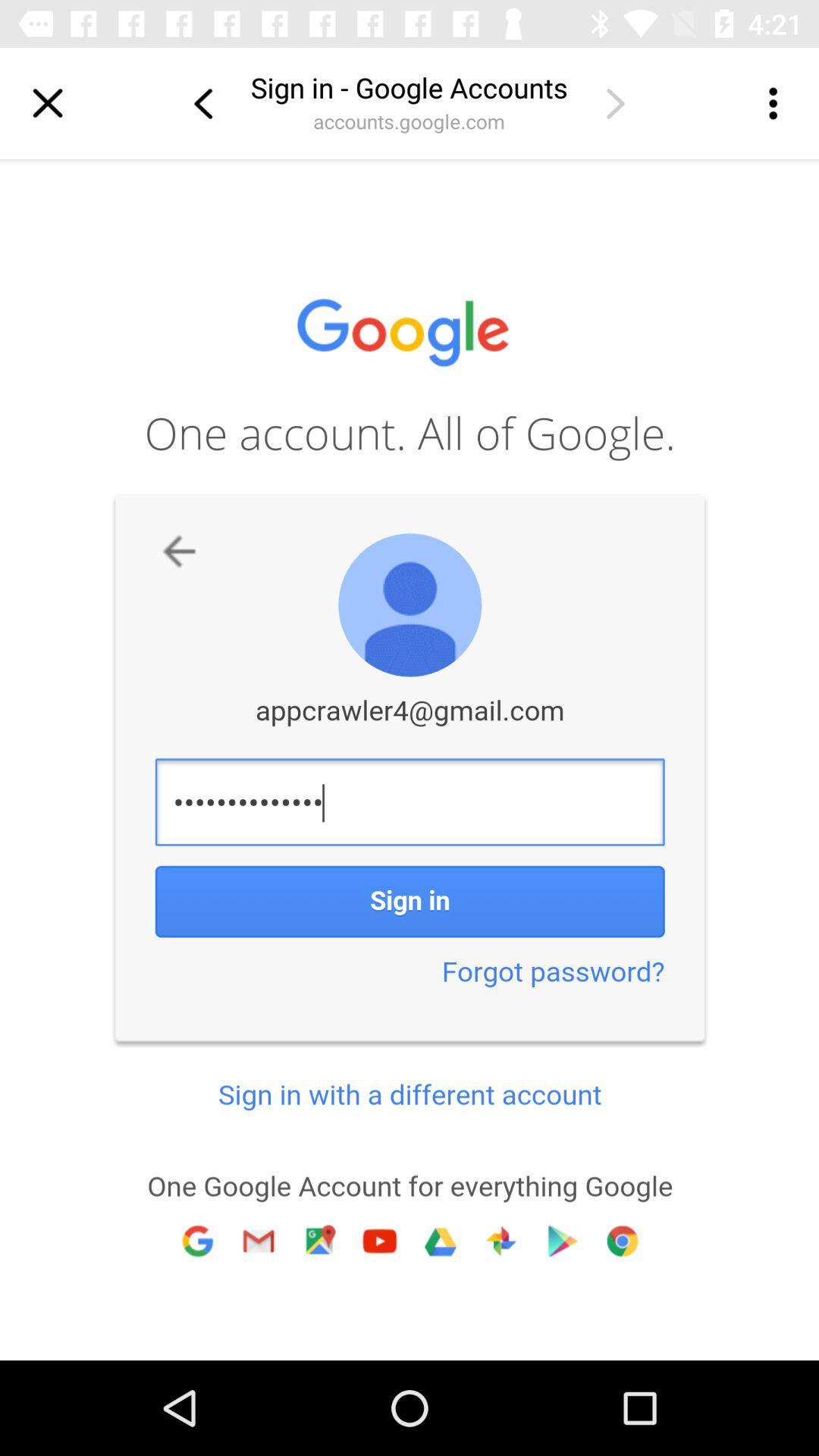 The width and height of the screenshot is (819, 1456). What do you see at coordinates (46, 102) in the screenshot?
I see `box` at bounding box center [46, 102].